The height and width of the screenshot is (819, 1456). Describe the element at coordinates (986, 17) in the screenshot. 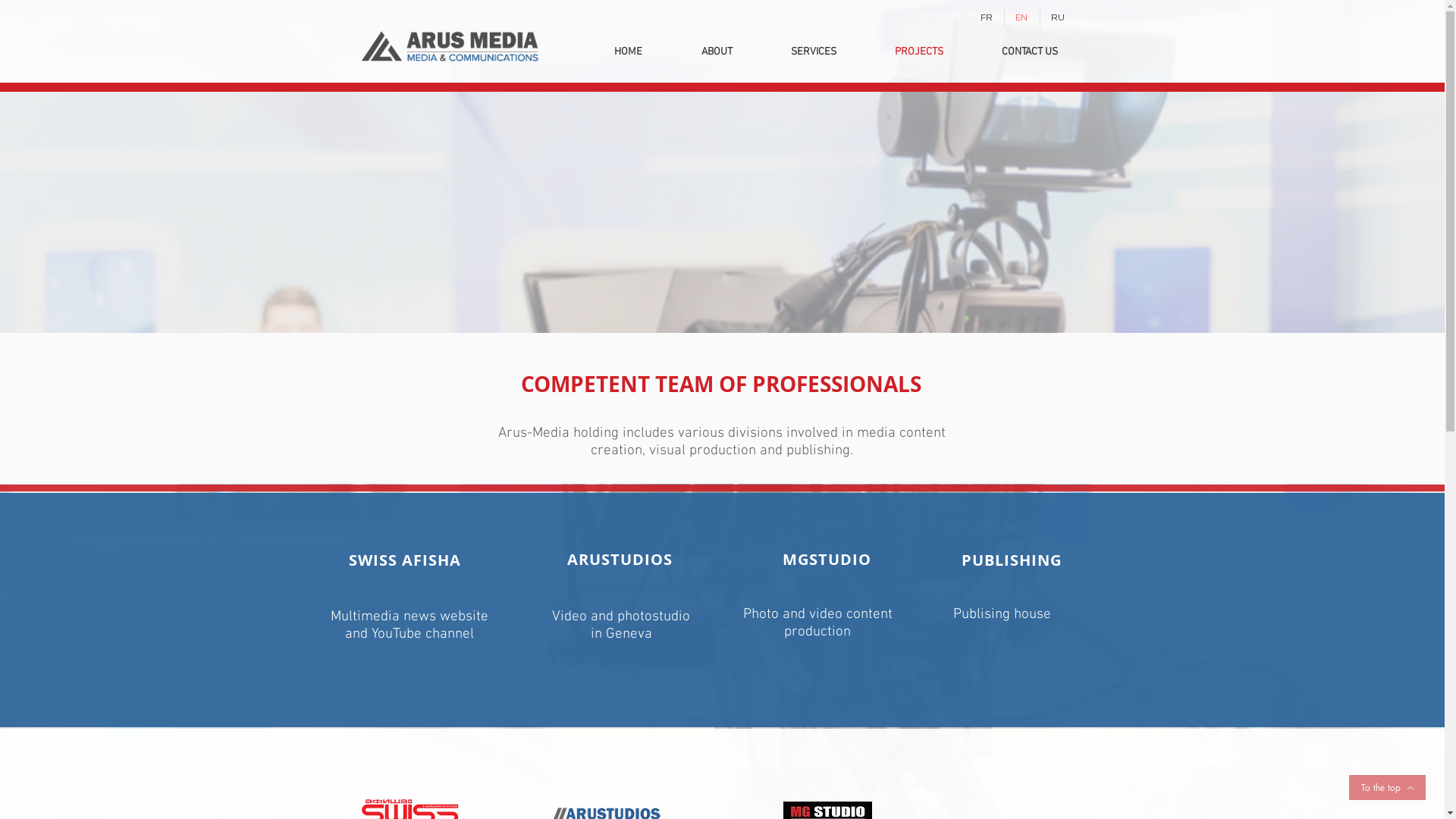

I see `'FR'` at that location.